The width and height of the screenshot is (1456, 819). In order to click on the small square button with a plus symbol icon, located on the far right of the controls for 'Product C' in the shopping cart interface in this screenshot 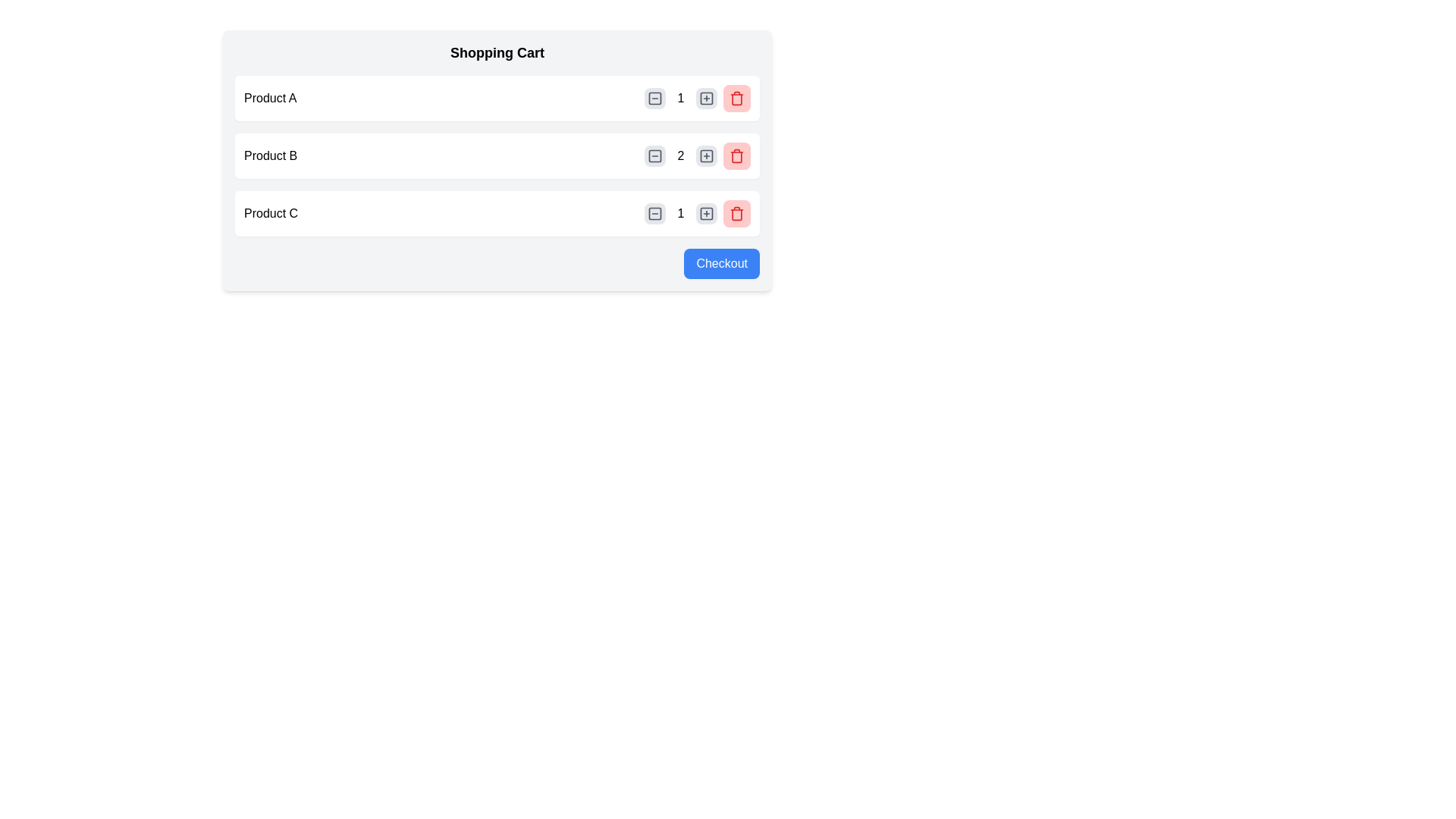, I will do `click(705, 213)`.